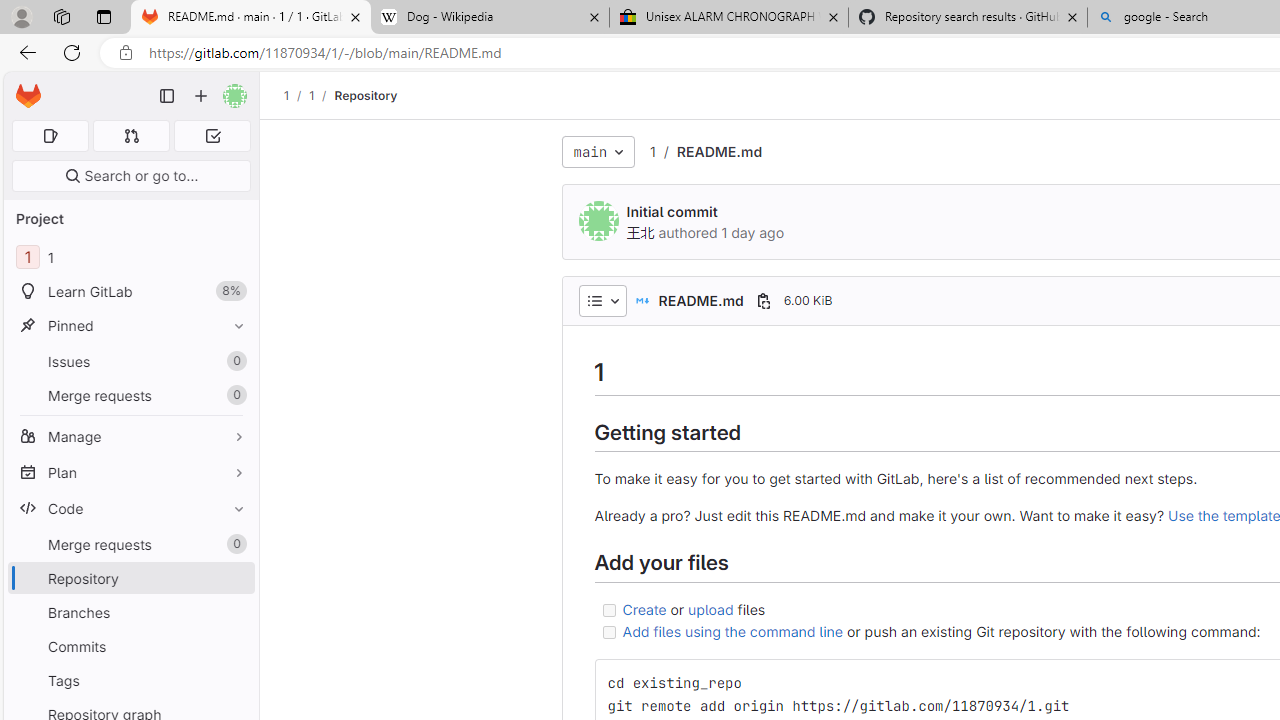  What do you see at coordinates (607, 632) in the screenshot?
I see `'Class: task-list-item-checkbox'` at bounding box center [607, 632].